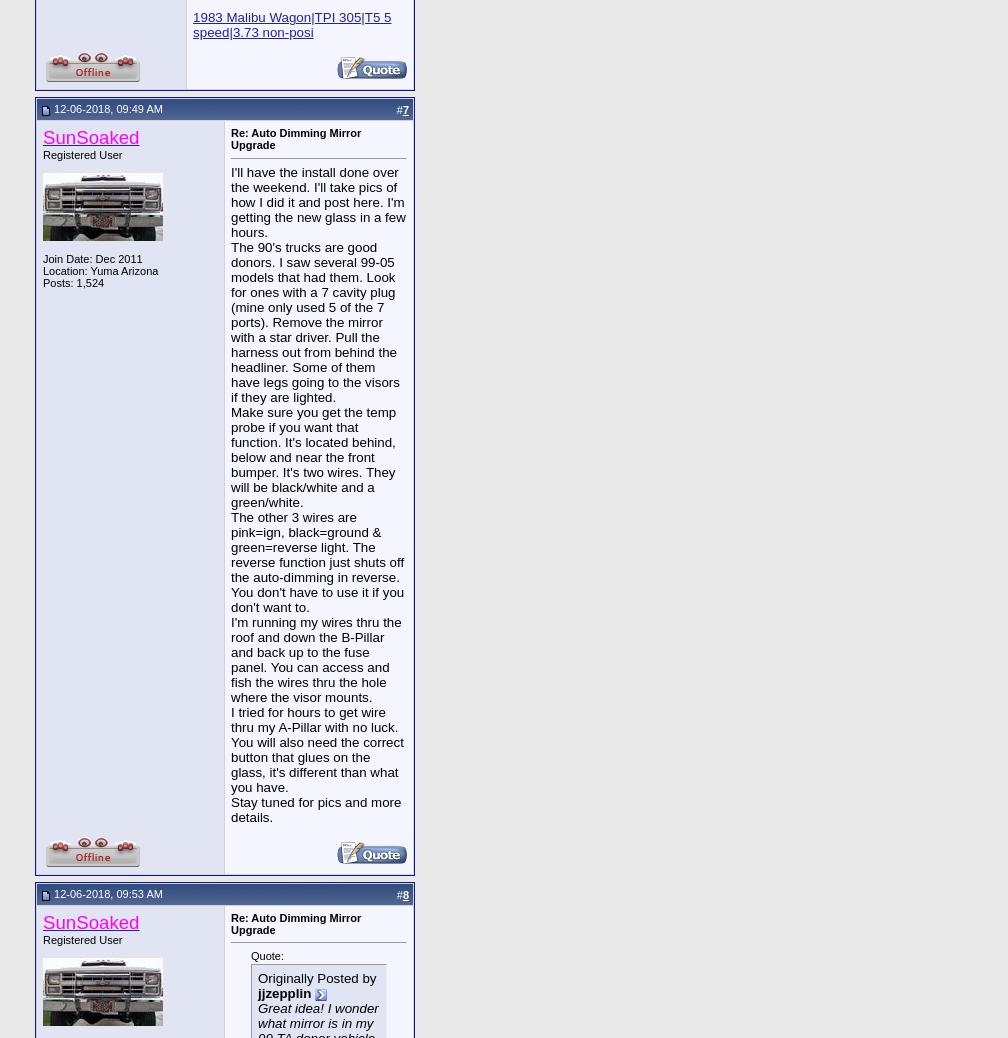  Describe the element at coordinates (267, 955) in the screenshot. I see `'Quote:'` at that location.